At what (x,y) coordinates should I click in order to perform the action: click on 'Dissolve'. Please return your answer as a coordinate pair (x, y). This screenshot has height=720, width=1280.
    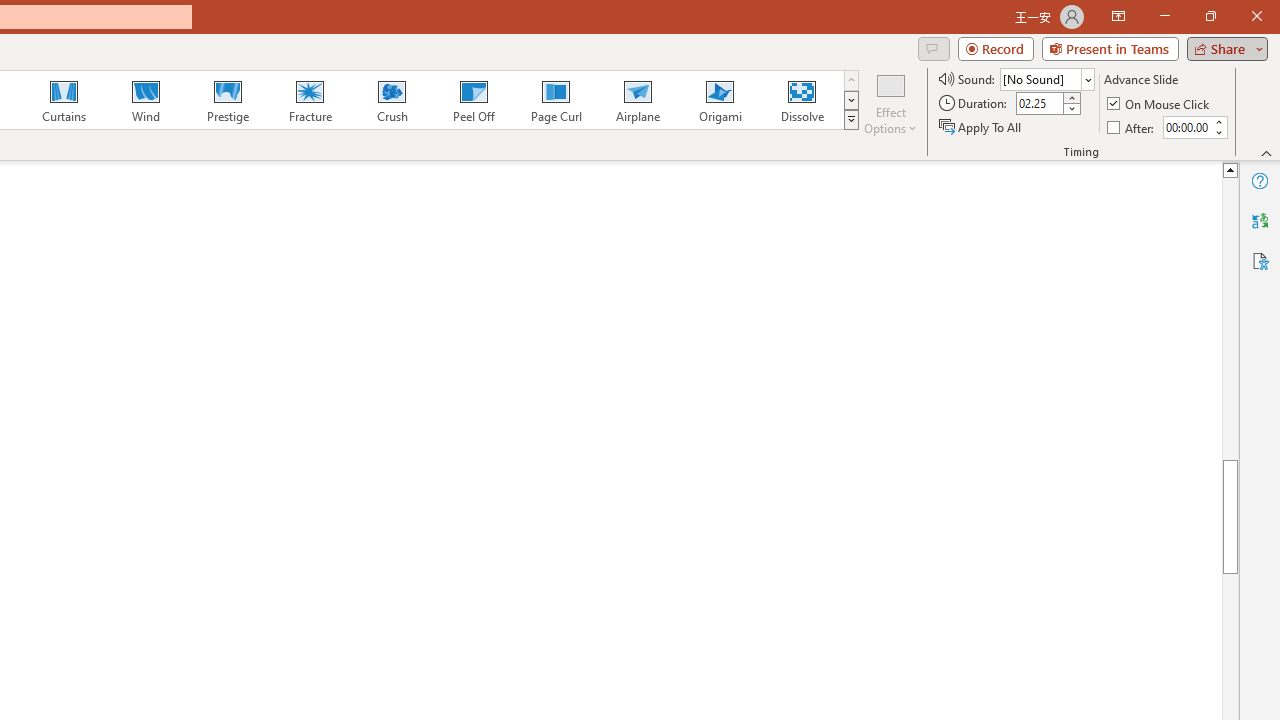
    Looking at the image, I should click on (802, 100).